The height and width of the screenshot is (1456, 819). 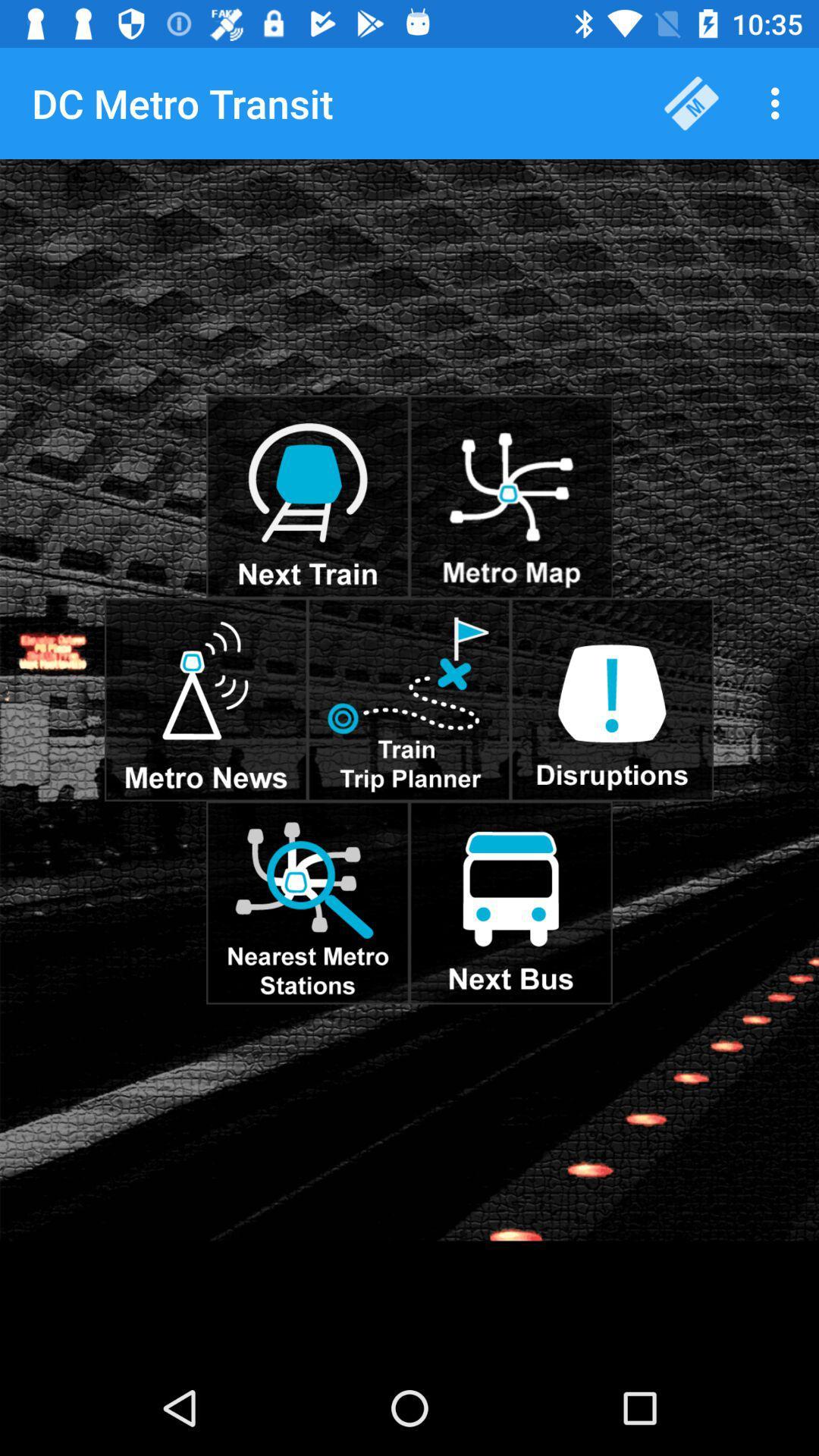 What do you see at coordinates (691, 102) in the screenshot?
I see `item next to the dc metro transit` at bounding box center [691, 102].